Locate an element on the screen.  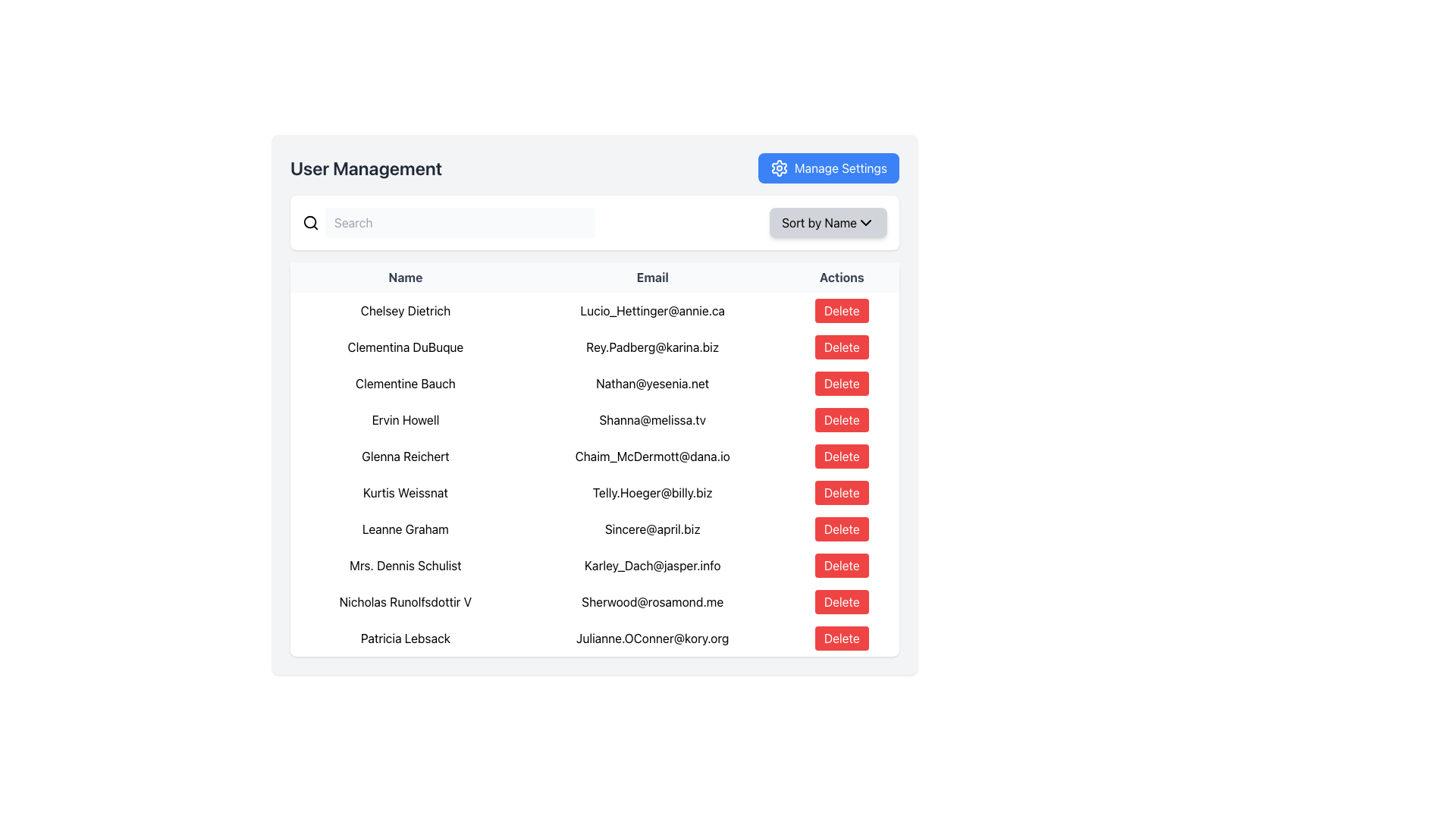
the email text display 'Sherwood@rosamond.me' located in the 'Email' column of the user management table for the user 'Nicholas Runolfsdottir V' is located at coordinates (652, 601).